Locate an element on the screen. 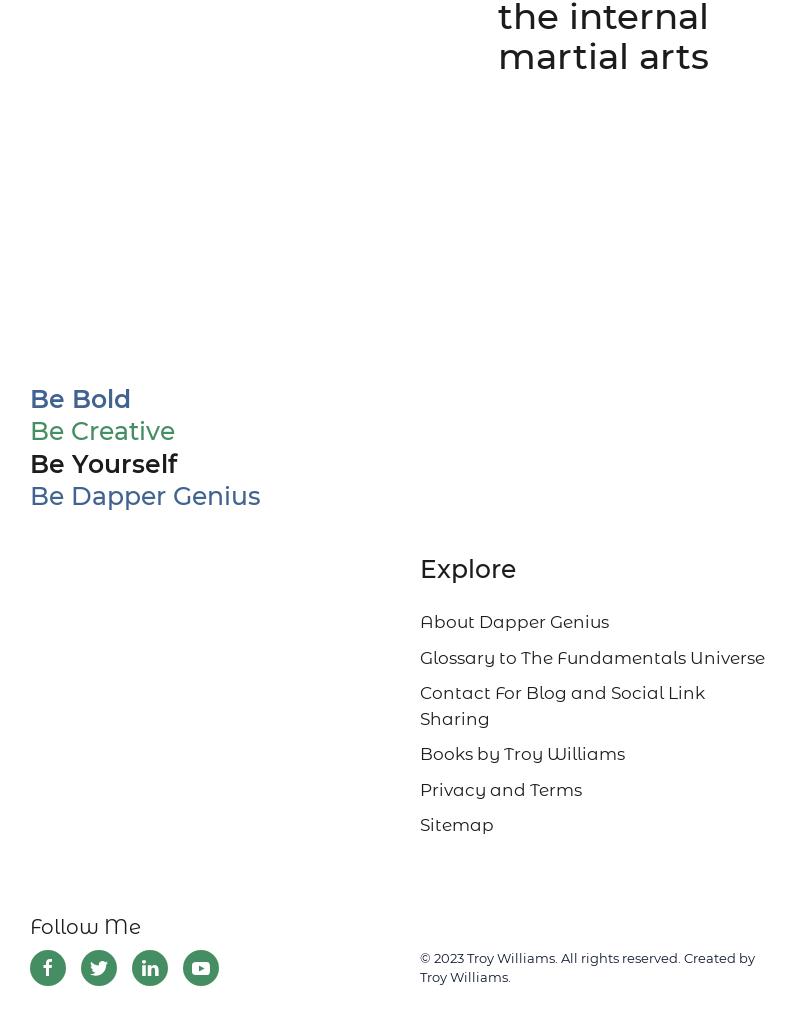 This screenshot has width=800, height=1019. 'About Dapper Genius' is located at coordinates (420, 621).